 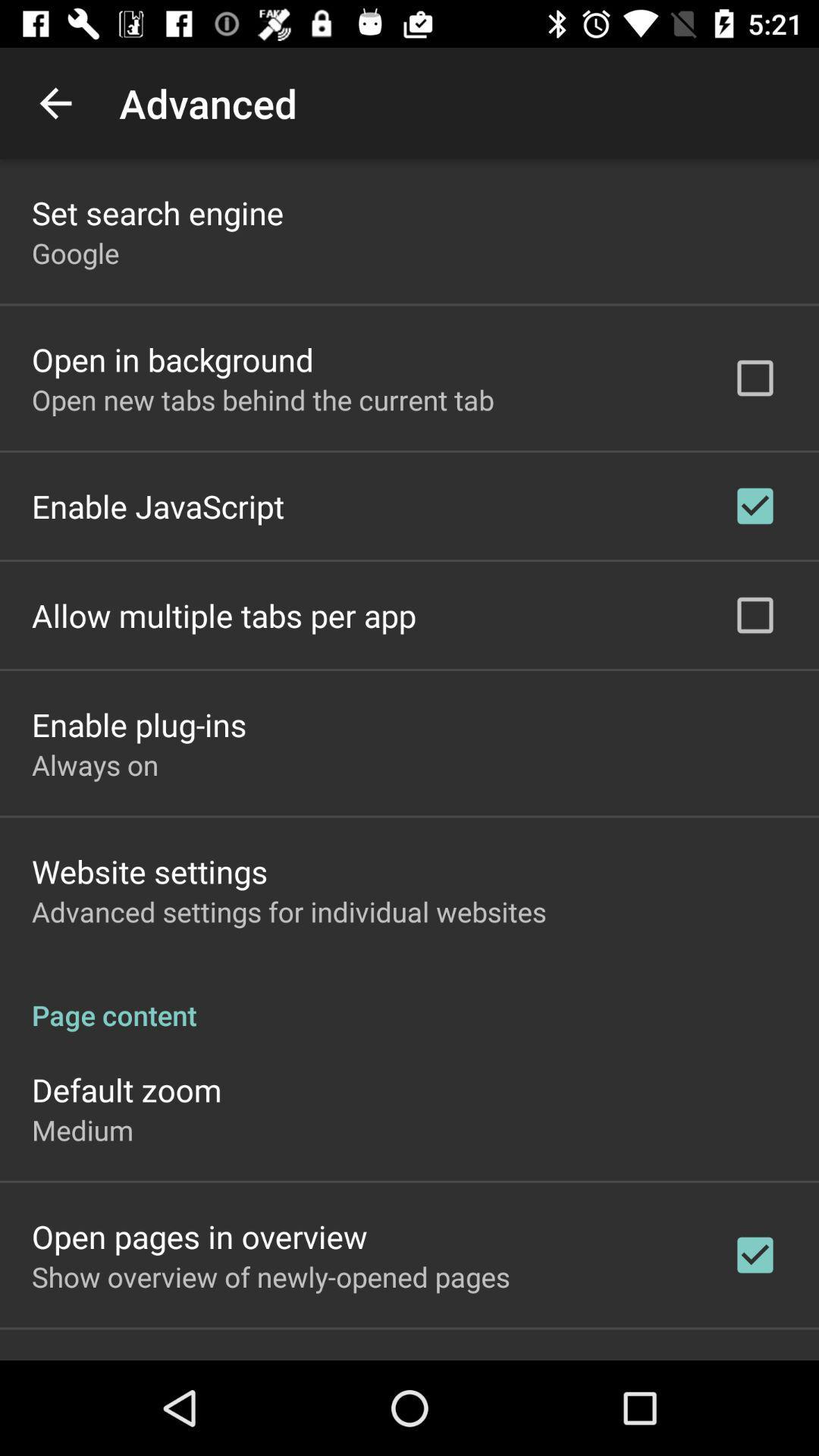 What do you see at coordinates (139, 723) in the screenshot?
I see `enable plug-ins item` at bounding box center [139, 723].